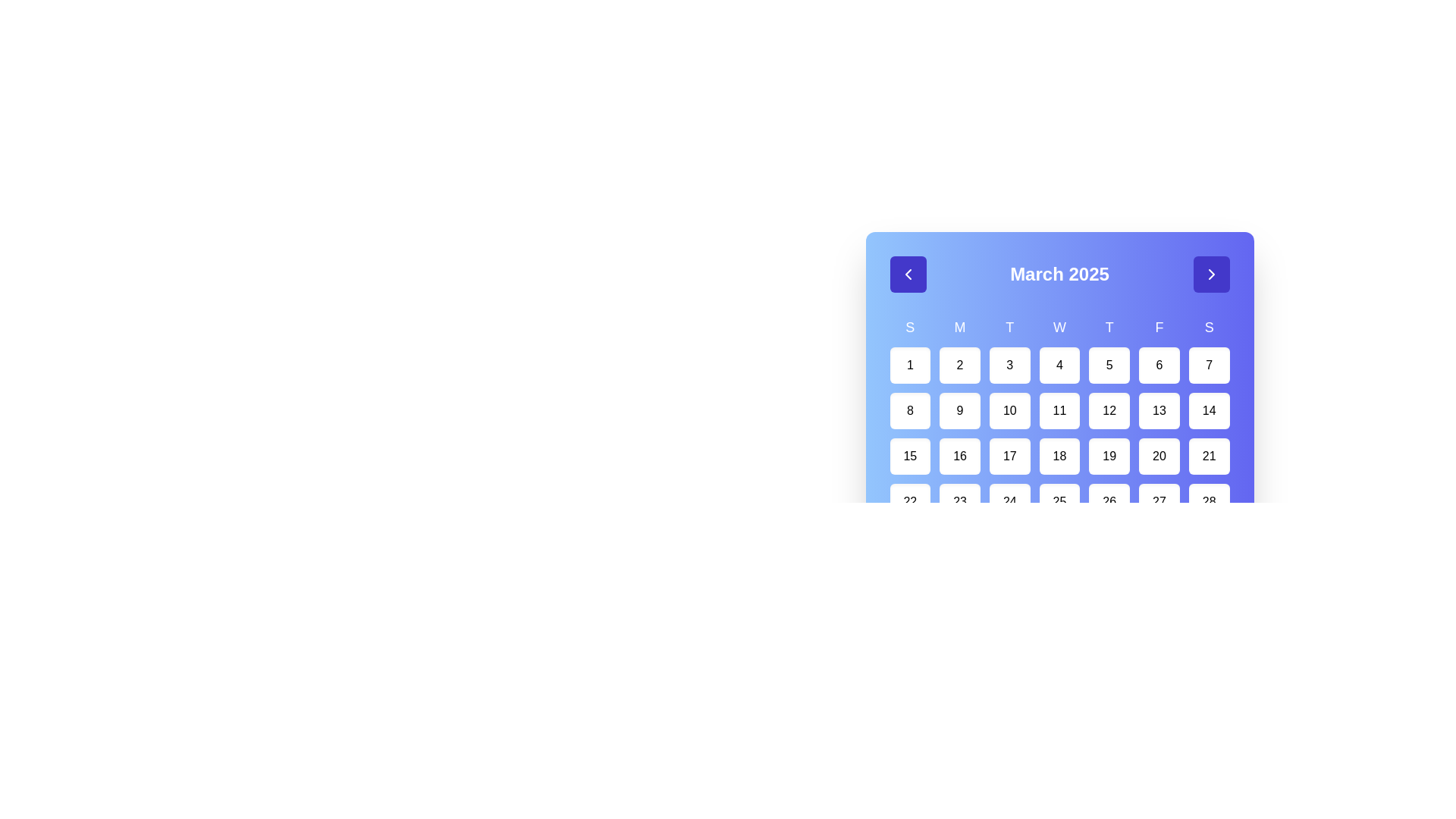  What do you see at coordinates (1158, 502) in the screenshot?
I see `the calendar button representing the 27th day of the month, located in the fourth row under the 'F' (Friday) column` at bounding box center [1158, 502].